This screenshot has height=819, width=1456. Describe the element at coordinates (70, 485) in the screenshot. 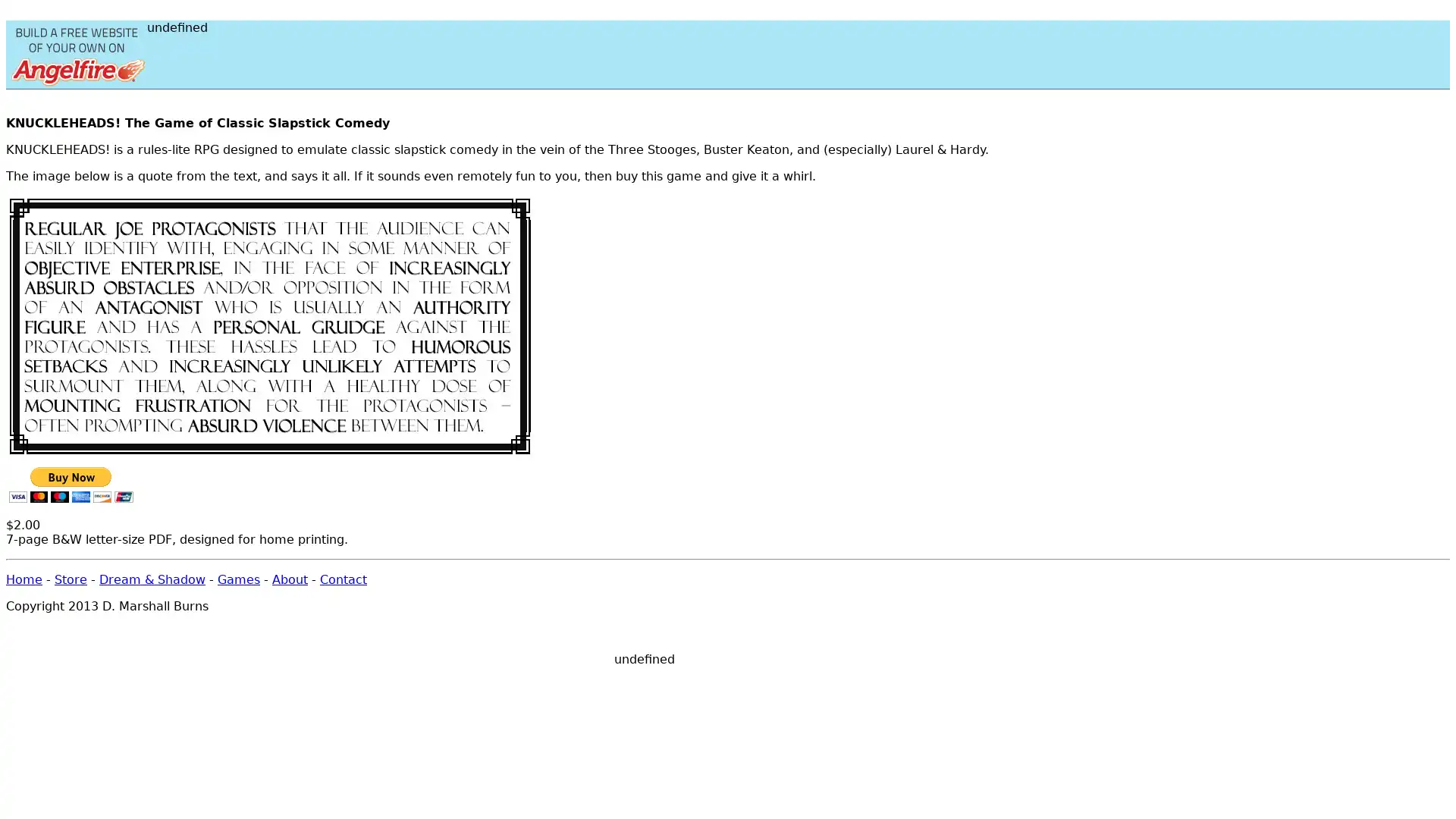

I see `PayPal - The safer, easier way to pay online!` at that location.